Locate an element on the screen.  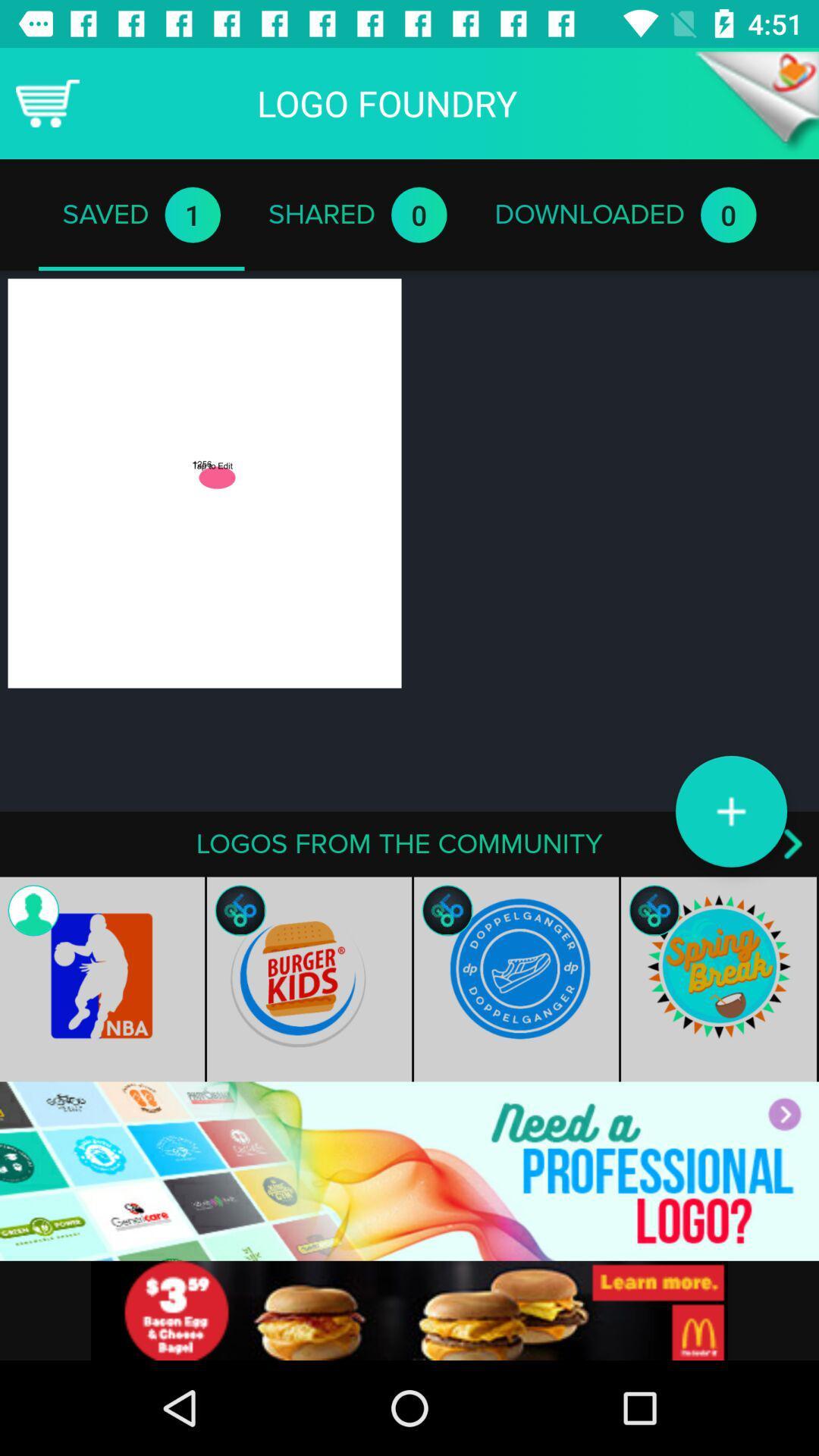
shopping card is located at coordinates (46, 102).